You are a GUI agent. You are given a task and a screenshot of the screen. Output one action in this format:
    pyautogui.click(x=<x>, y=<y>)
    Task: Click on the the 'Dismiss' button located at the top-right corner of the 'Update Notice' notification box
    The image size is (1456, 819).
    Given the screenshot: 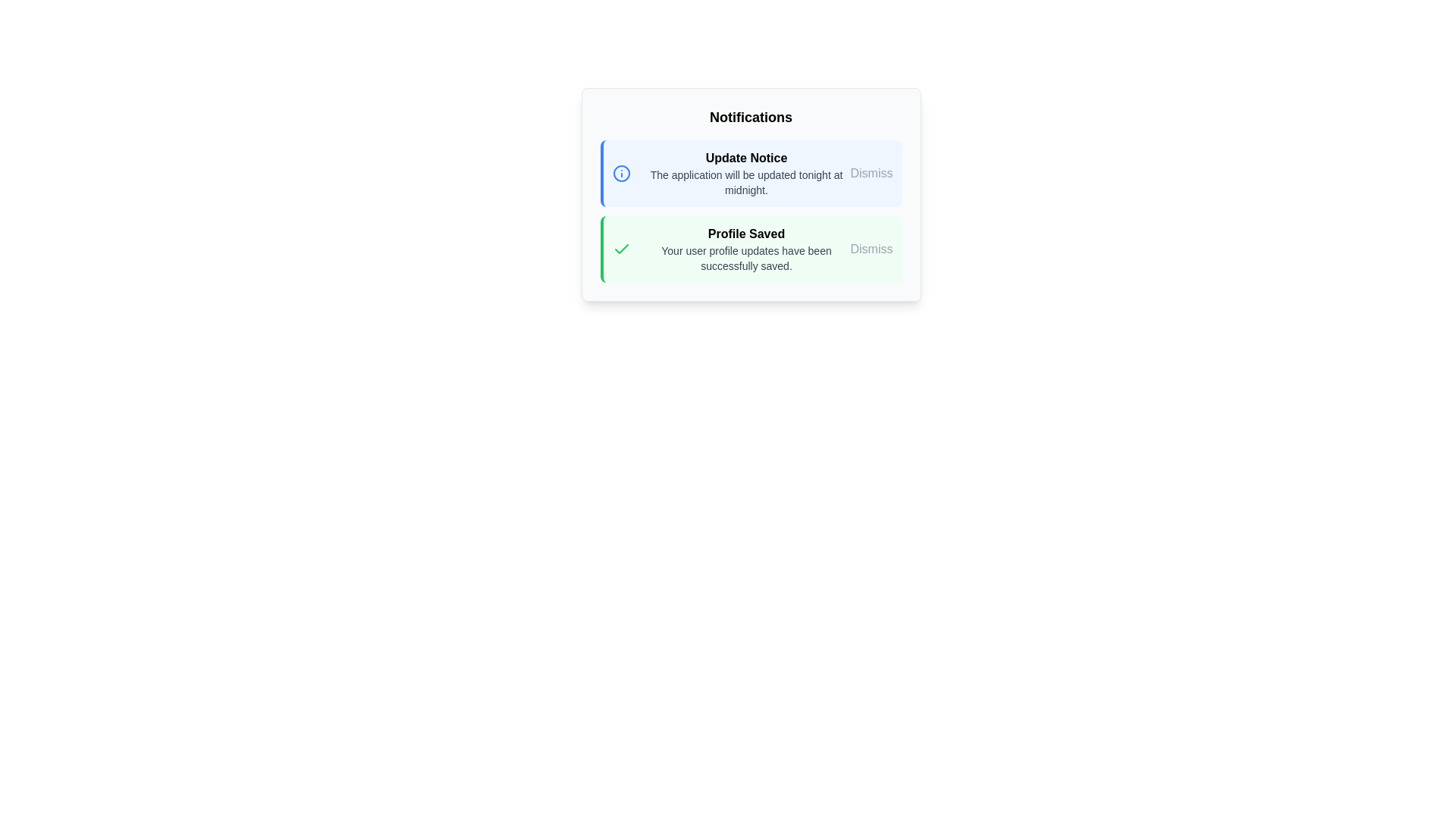 What is the action you would take?
    pyautogui.click(x=871, y=172)
    